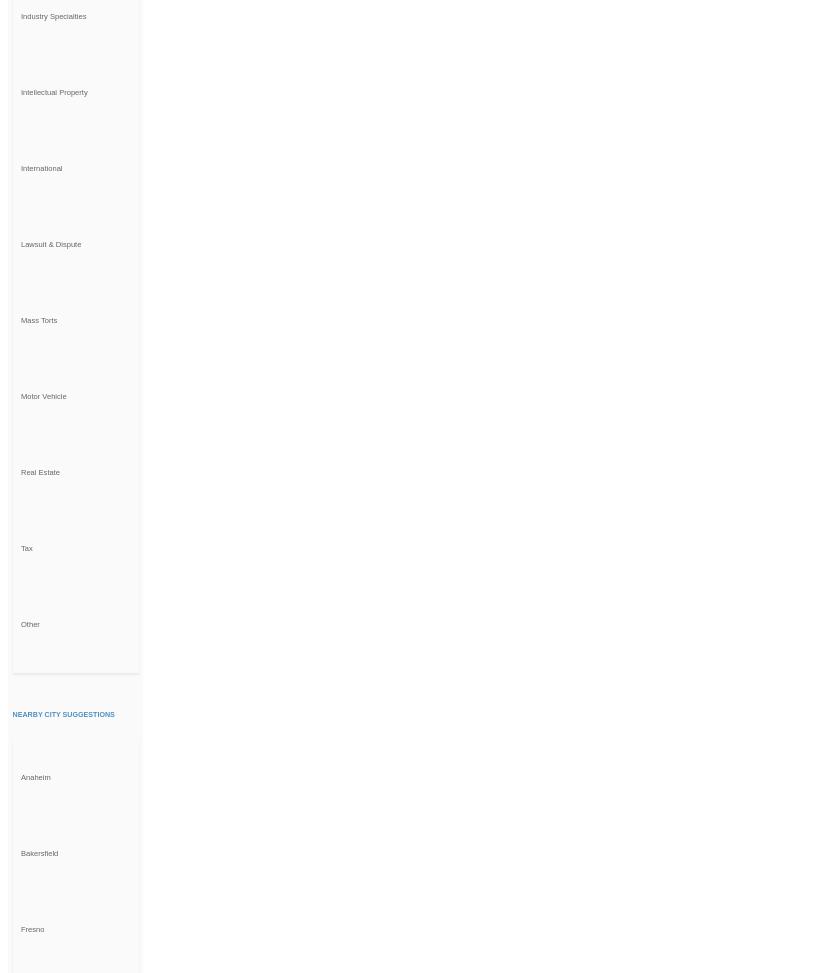  I want to click on 'Intellectual Property', so click(53, 90).